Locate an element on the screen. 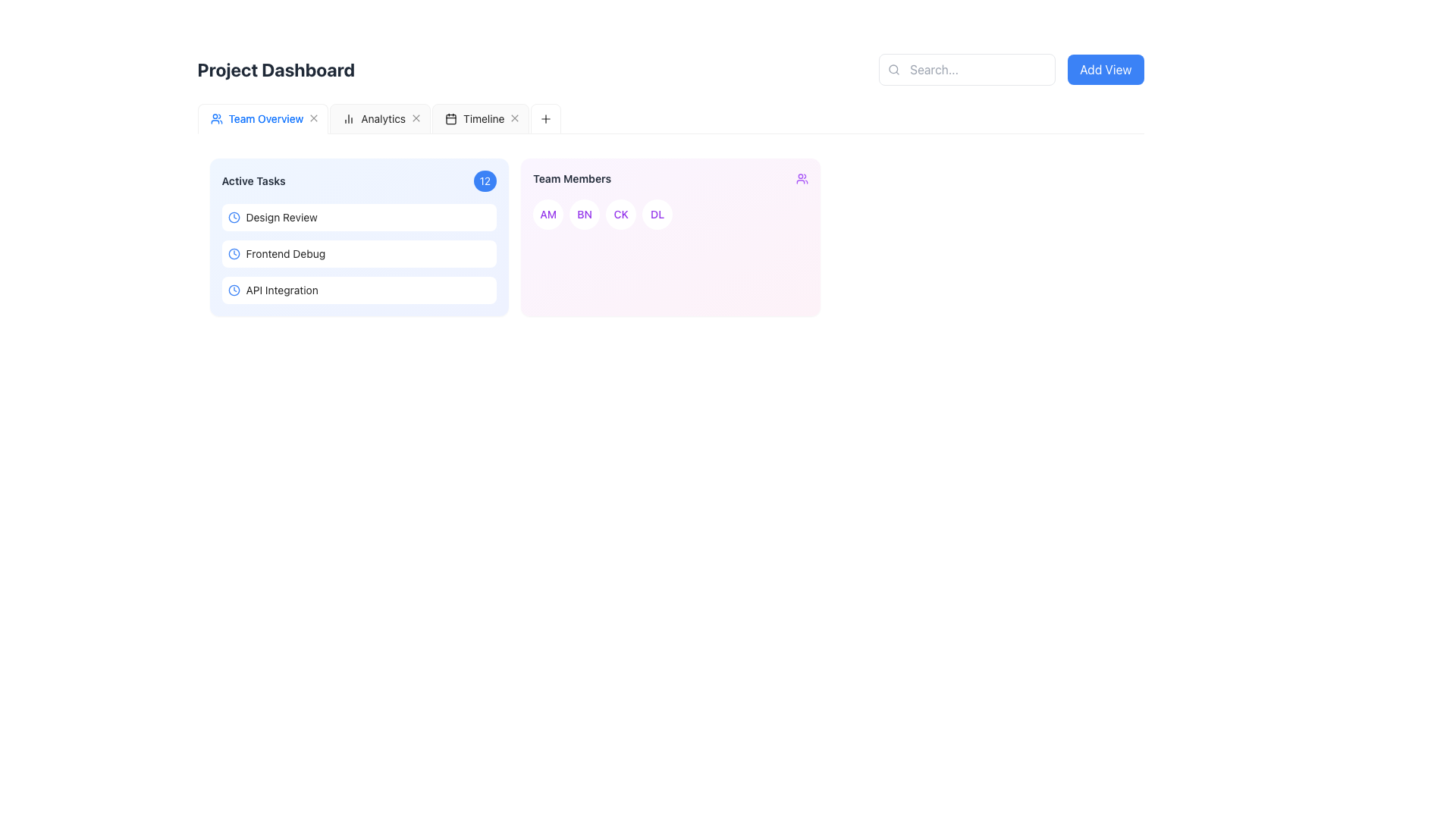  the static text label displaying 'Design Review' located in the 'Active Tasks' card, to the right of the clock icon is located at coordinates (281, 217).